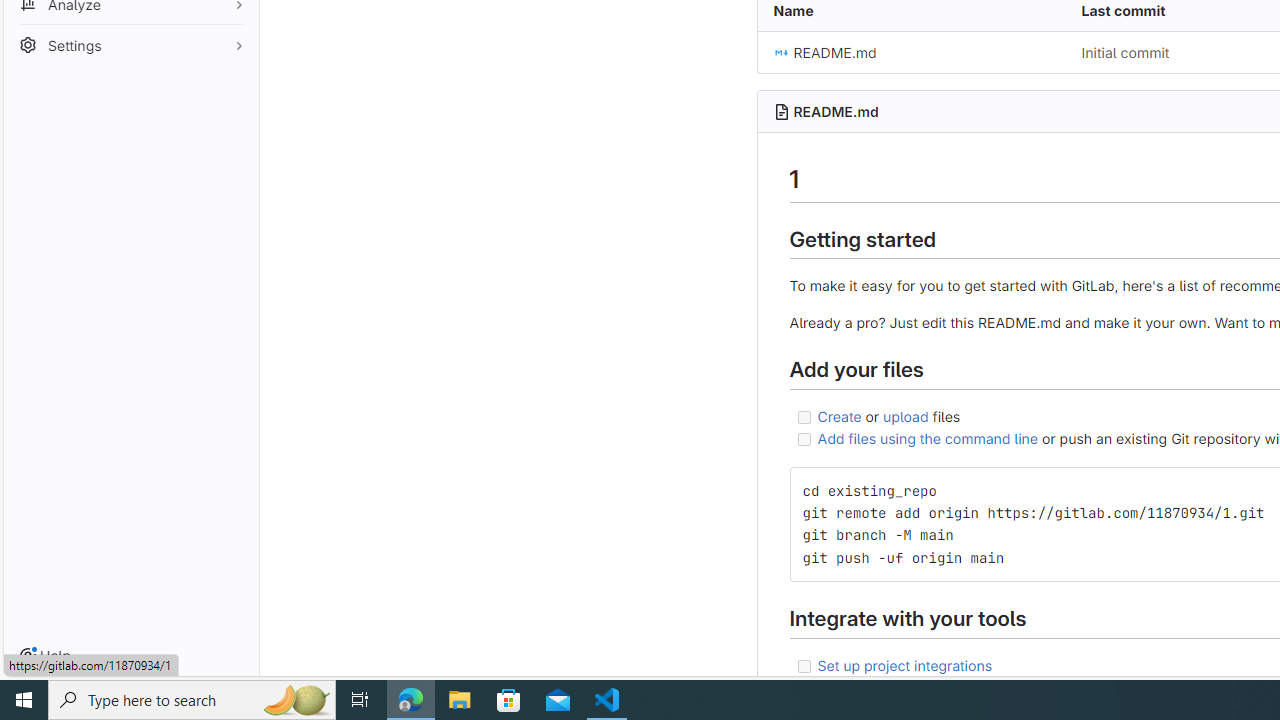 Image resolution: width=1280 pixels, height=720 pixels. I want to click on 'Create', so click(839, 414).